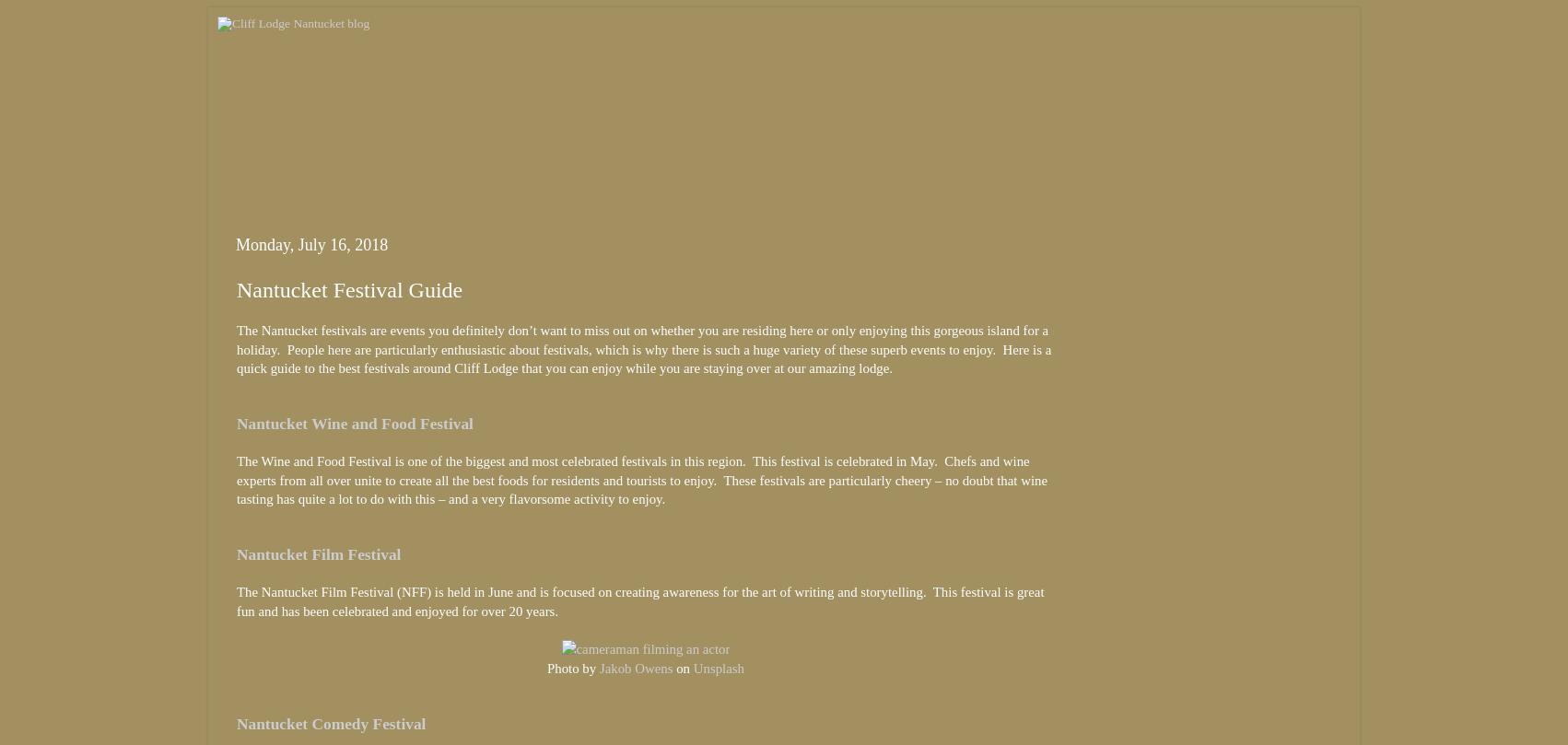  What do you see at coordinates (236, 423) in the screenshot?
I see `'Nantucket Wine and Food Festival'` at bounding box center [236, 423].